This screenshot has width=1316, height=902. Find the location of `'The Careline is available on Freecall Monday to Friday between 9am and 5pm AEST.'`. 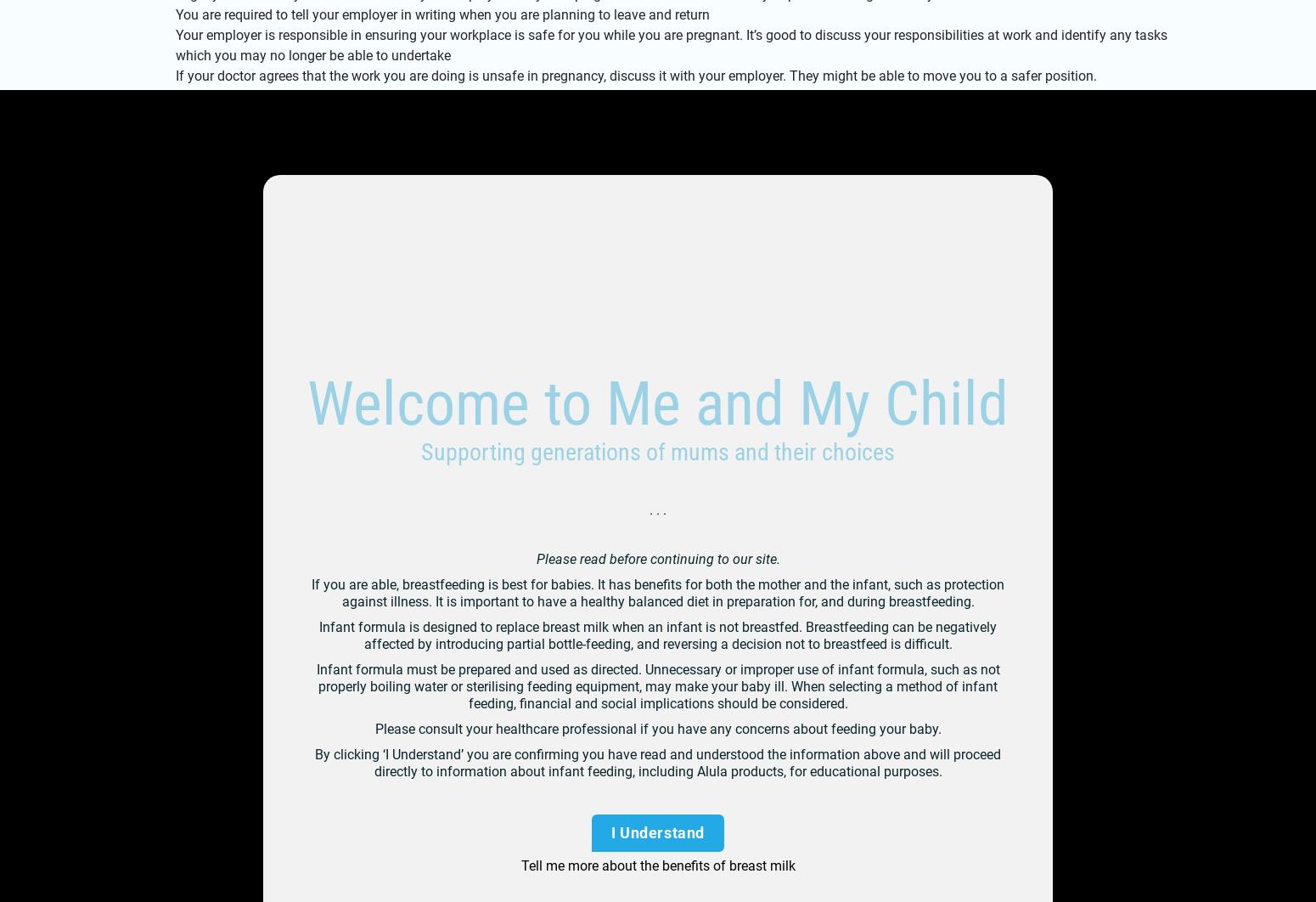

'The Careline is available on Freecall Monday to Friday between 9am and 5pm AEST.' is located at coordinates (399, 361).